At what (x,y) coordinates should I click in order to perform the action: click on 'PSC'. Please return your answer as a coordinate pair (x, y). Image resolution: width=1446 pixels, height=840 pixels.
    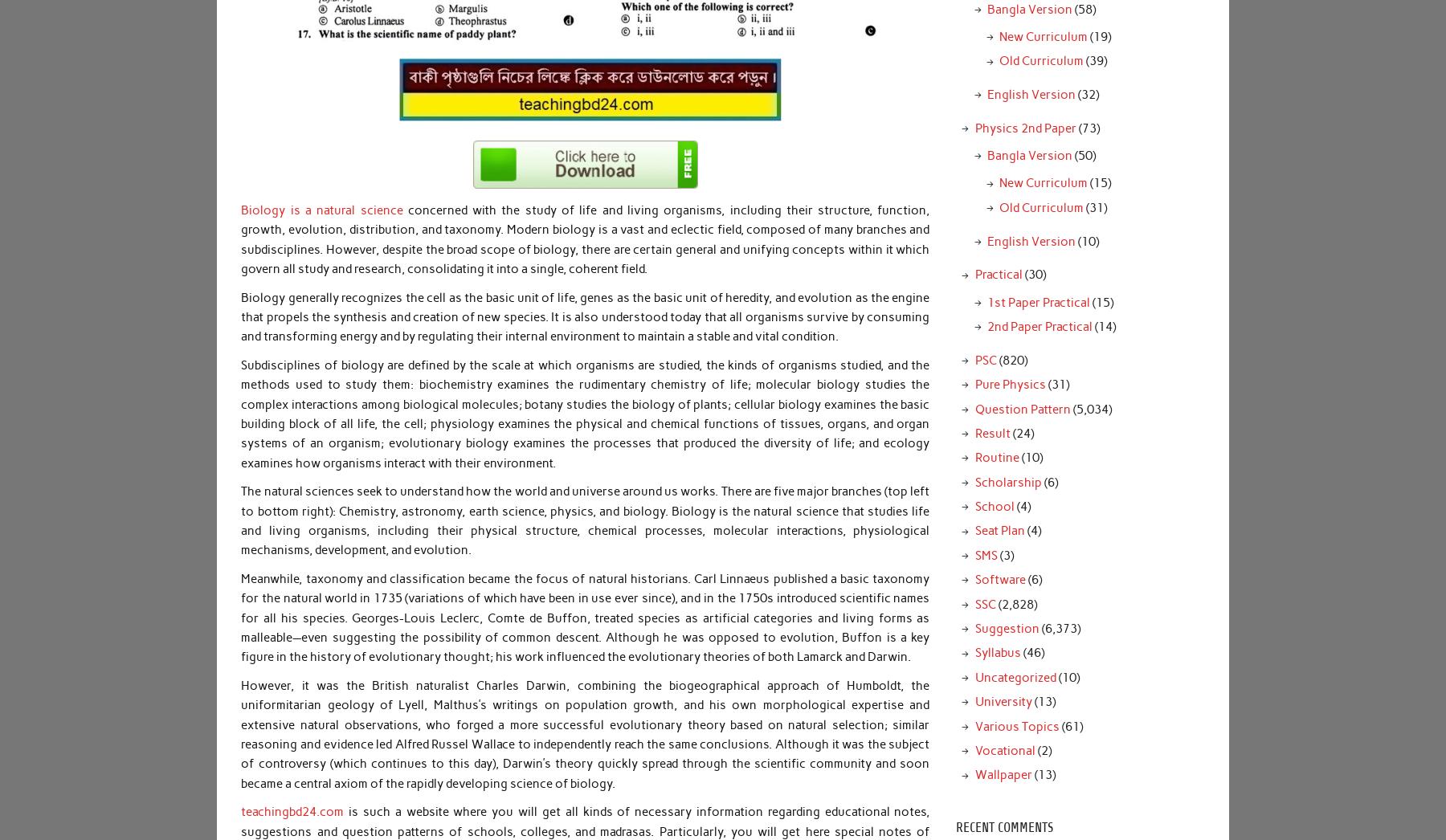
    Looking at the image, I should click on (984, 359).